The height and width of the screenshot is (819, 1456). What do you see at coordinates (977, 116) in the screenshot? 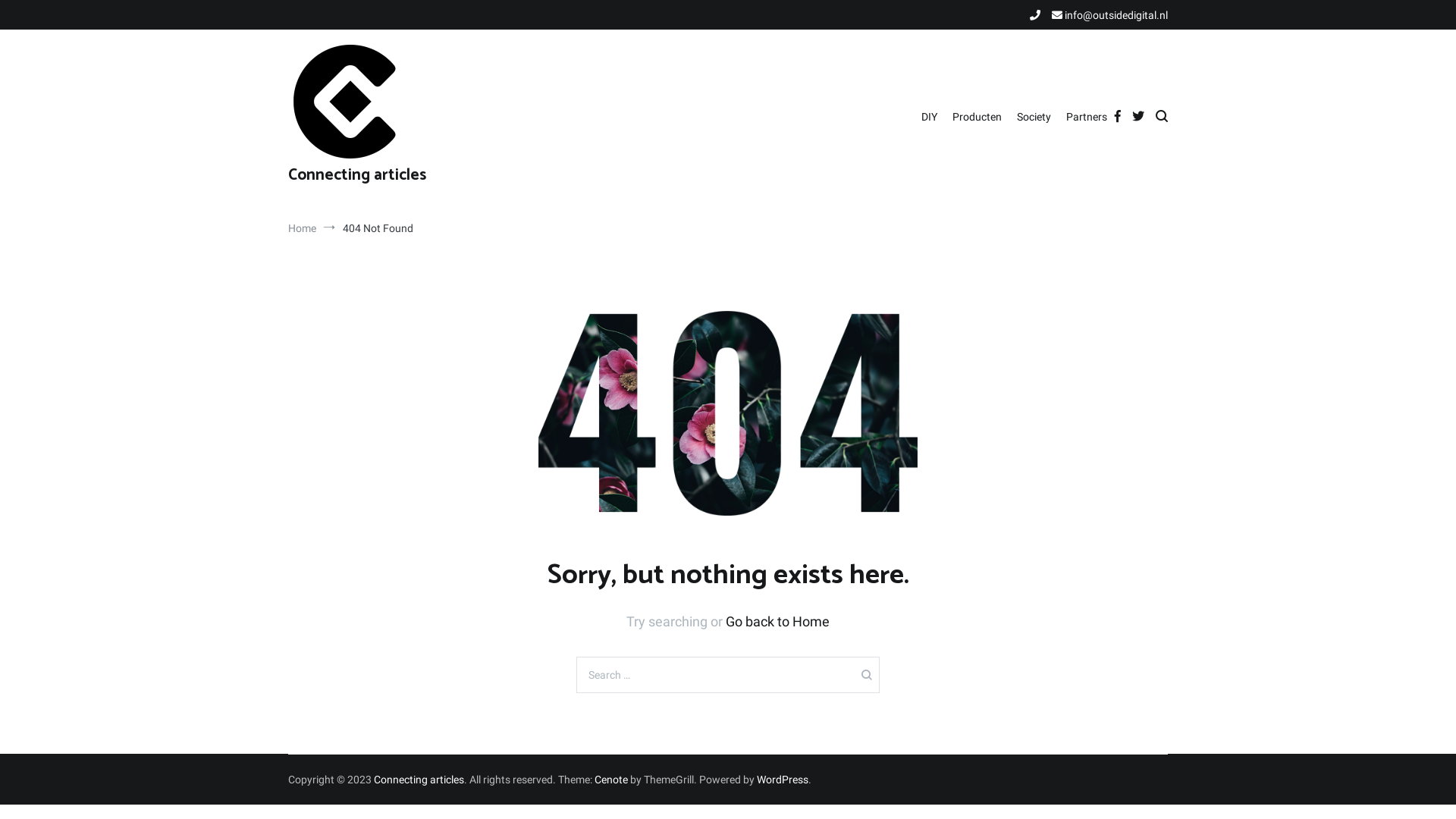
I see `'Producten'` at bounding box center [977, 116].